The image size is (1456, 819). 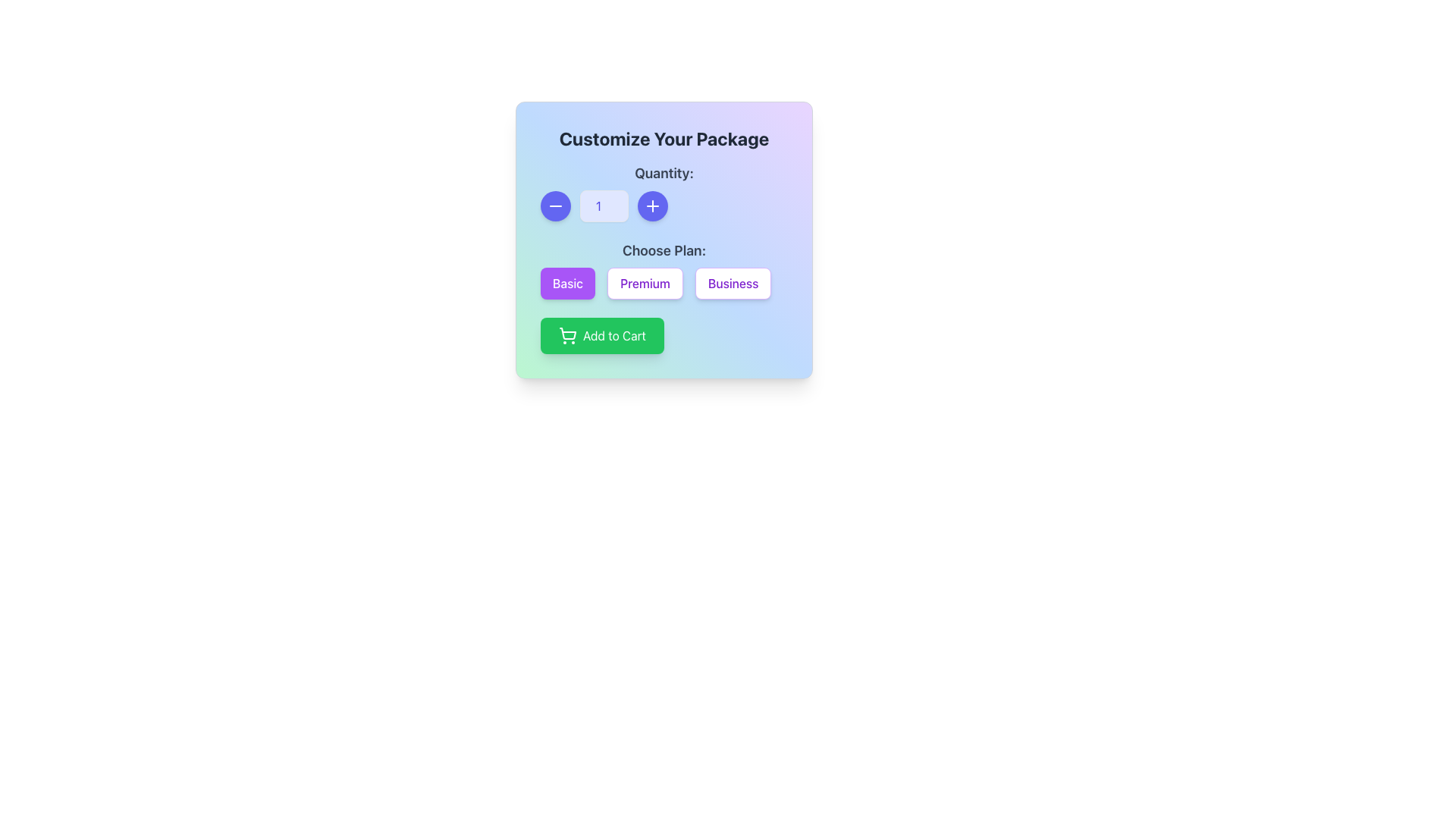 I want to click on the quantity increase button located near the center-right of the 'Quantity' section to observe the hover feedback, so click(x=652, y=206).